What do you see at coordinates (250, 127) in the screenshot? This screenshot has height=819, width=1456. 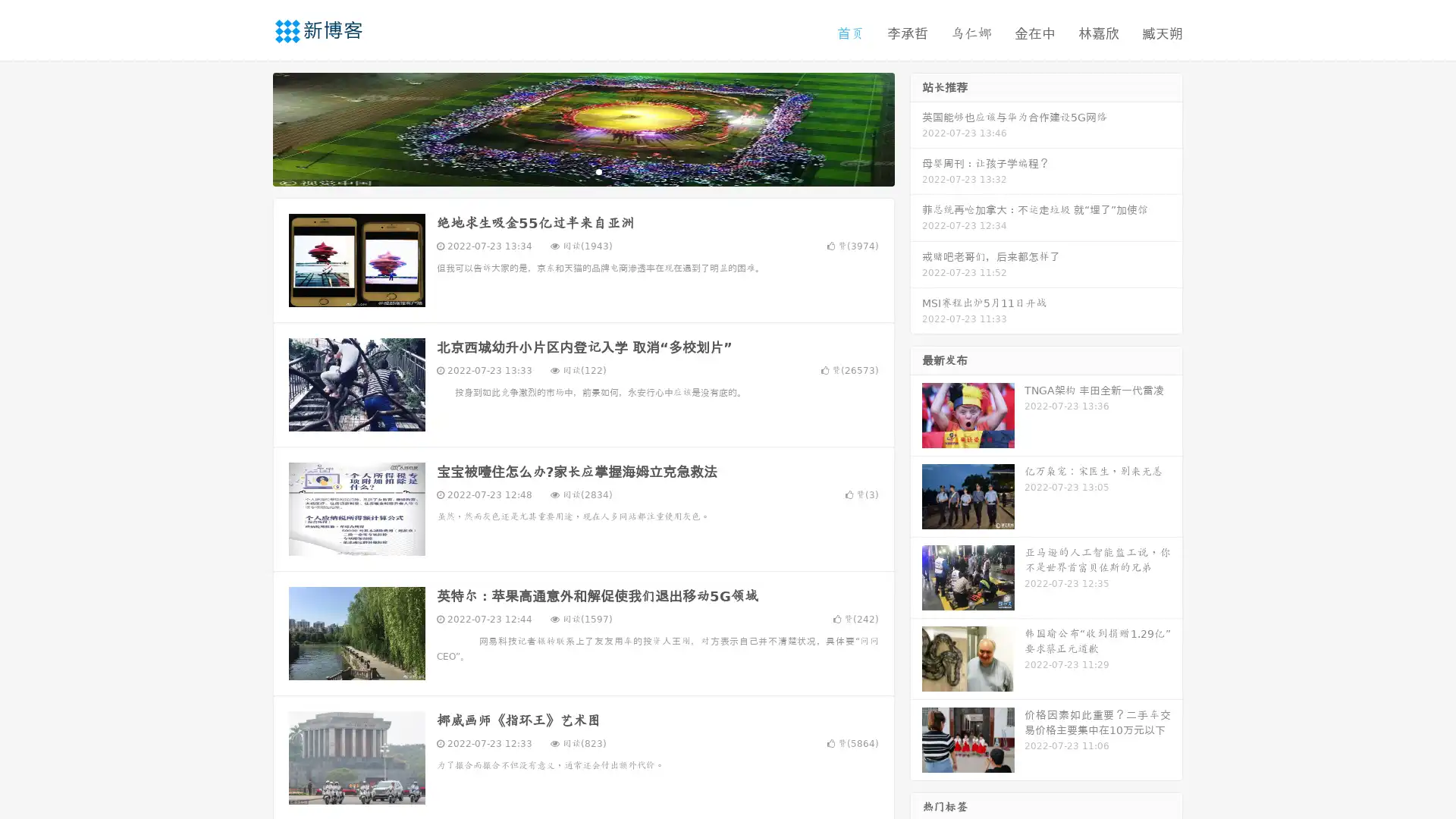 I see `Previous slide` at bounding box center [250, 127].